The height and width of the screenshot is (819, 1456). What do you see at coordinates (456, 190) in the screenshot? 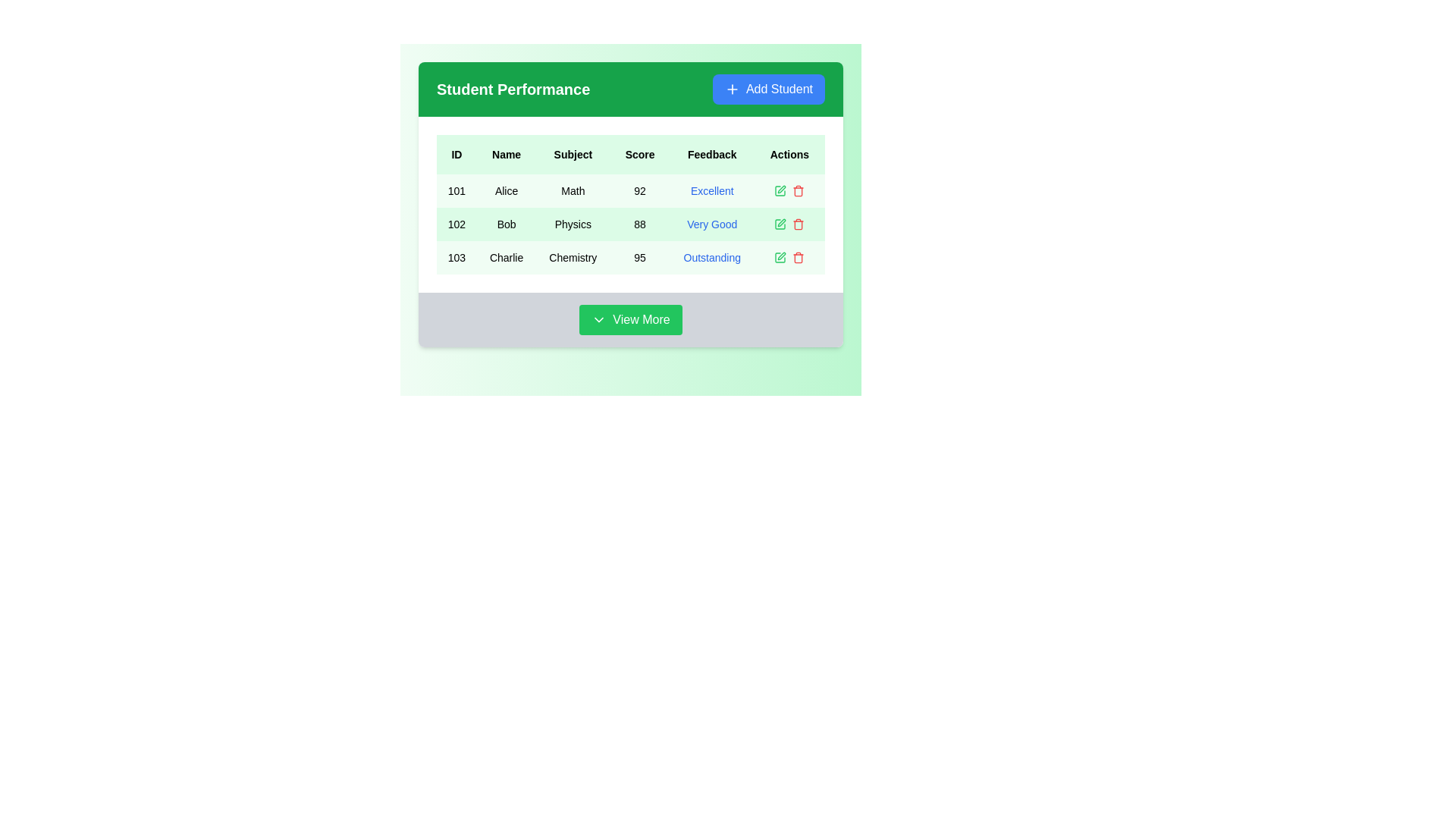
I see `text content of the Text label that serves as the identification number for a student's record, positioned in the first column under the 'ID' heading in the table` at bounding box center [456, 190].